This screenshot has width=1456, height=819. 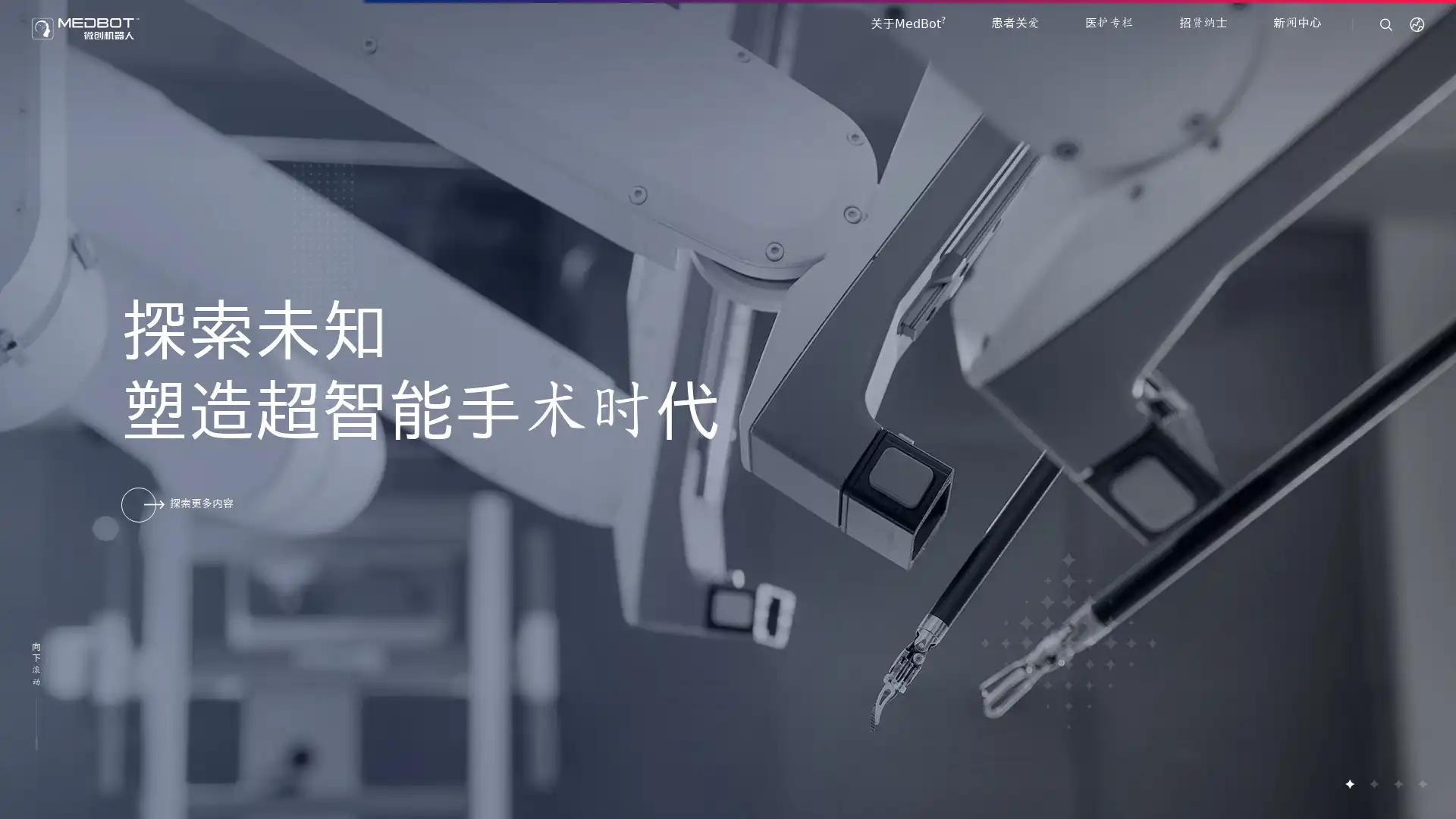 What do you see at coordinates (1397, 783) in the screenshot?
I see `Go to slide 3` at bounding box center [1397, 783].